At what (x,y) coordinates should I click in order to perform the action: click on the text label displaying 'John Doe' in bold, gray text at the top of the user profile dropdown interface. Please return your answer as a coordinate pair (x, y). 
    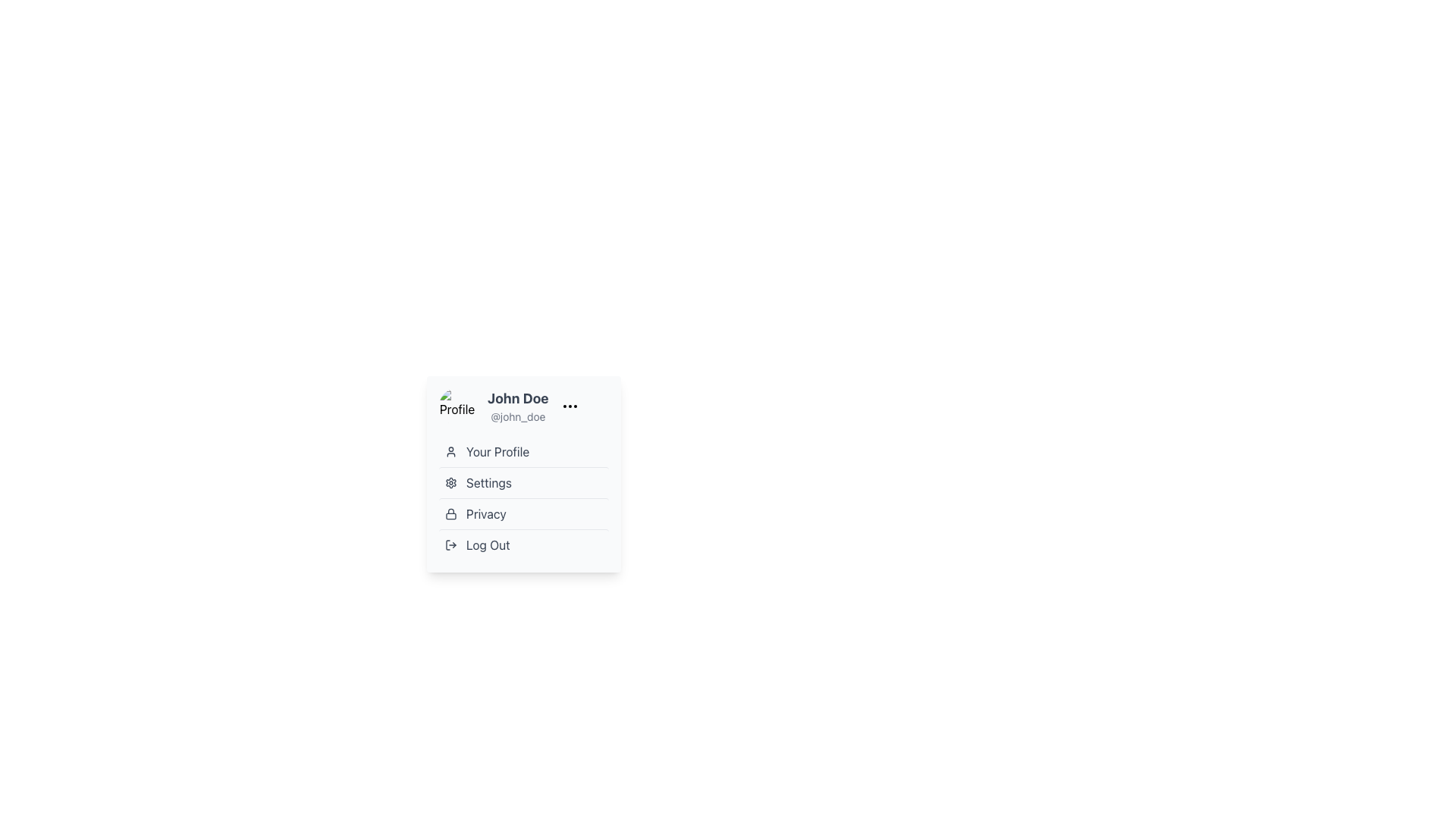
    Looking at the image, I should click on (518, 397).